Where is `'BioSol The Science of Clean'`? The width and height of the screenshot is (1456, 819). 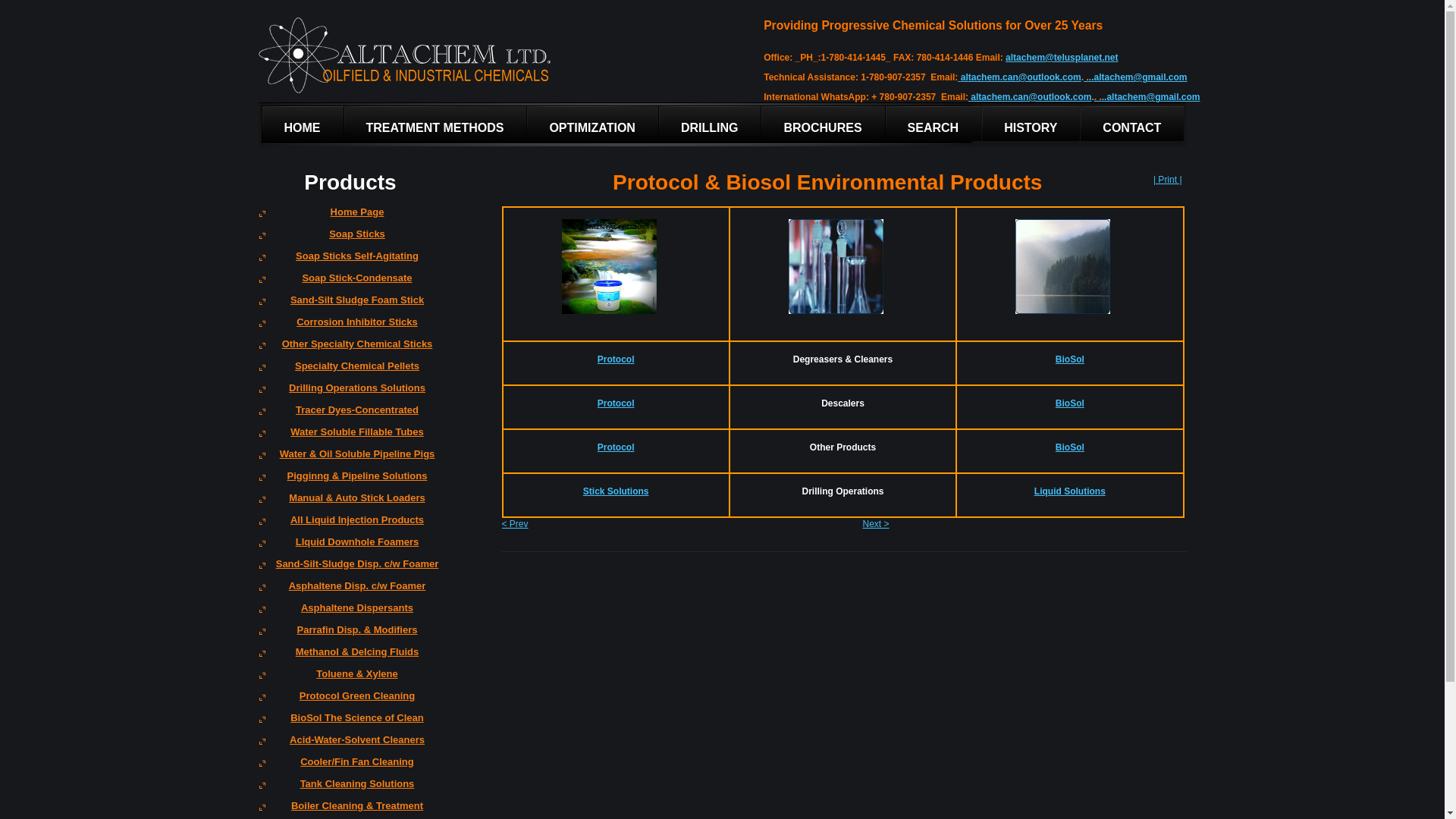
'BioSol The Science of Clean' is located at coordinates (350, 722).